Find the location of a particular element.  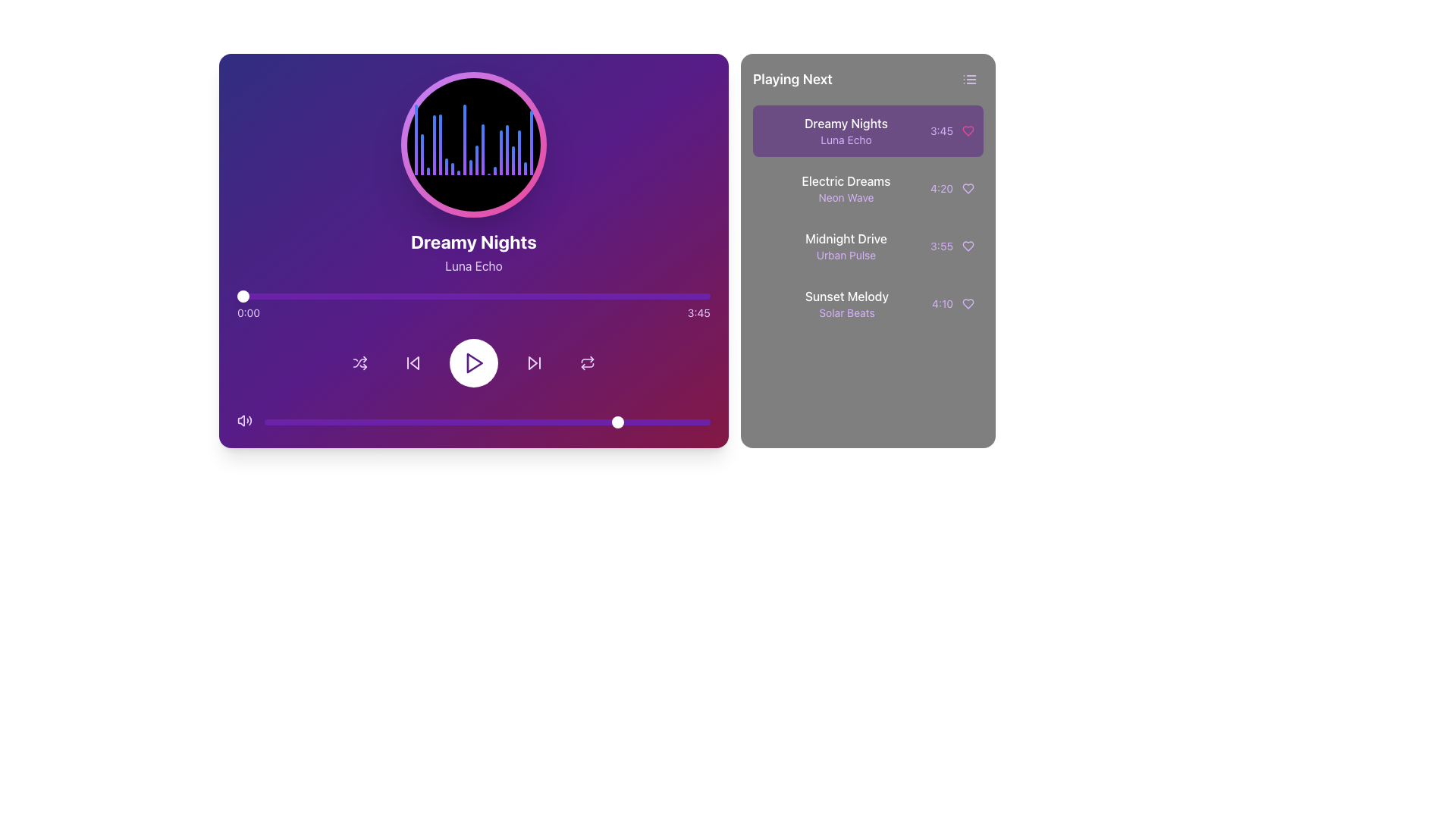

to select the 'Electric Dreams' text element, which is the second item in the 'Playing Next' panel, displaying a bold white title and a light purple subtitle, with a gray background is located at coordinates (846, 188).